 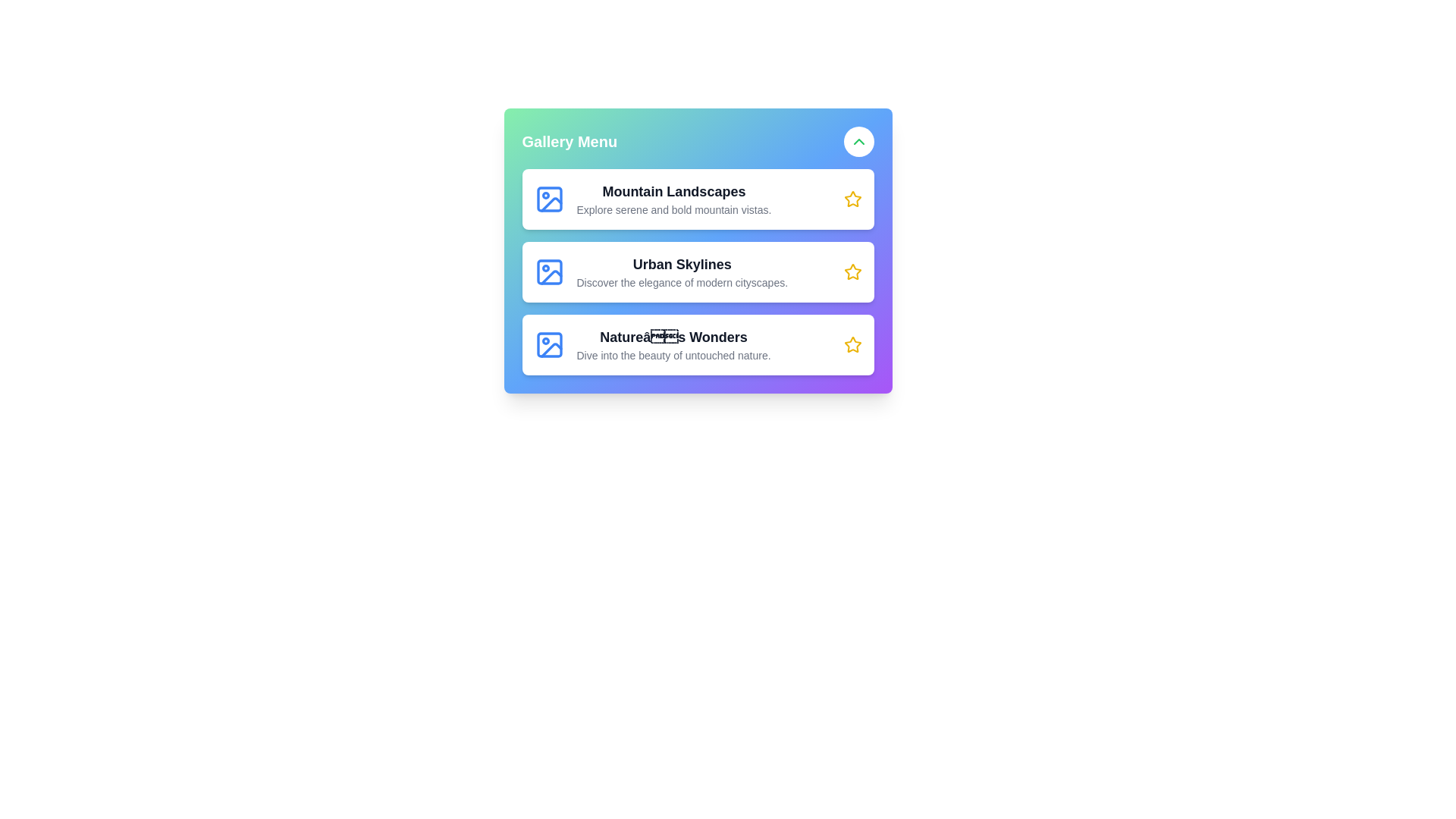 What do you see at coordinates (697, 198) in the screenshot?
I see `the gallery item Mountain Landscapes to trigger its hover effect` at bounding box center [697, 198].